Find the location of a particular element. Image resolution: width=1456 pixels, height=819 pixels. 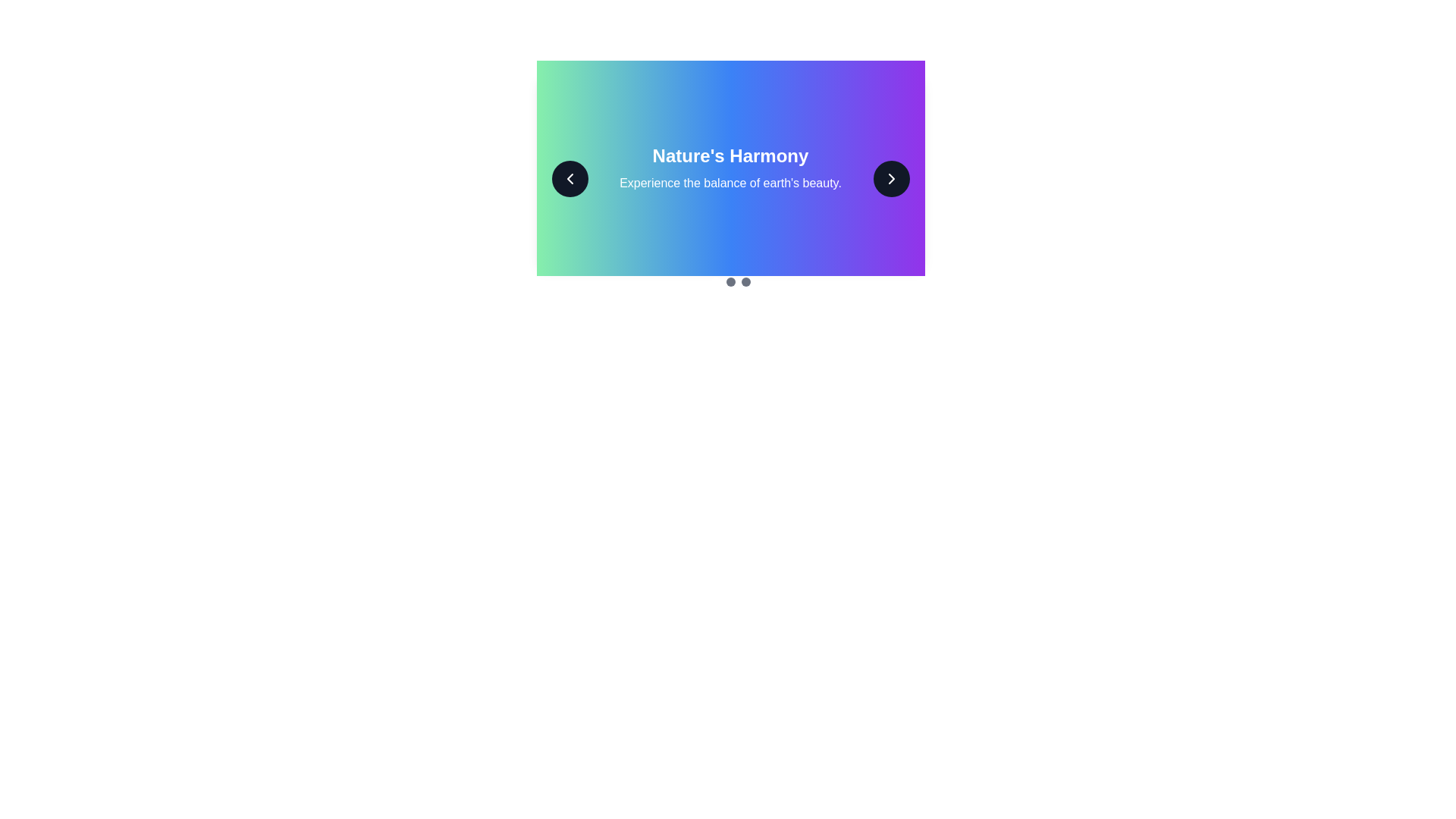

the Chevron navigation icon on the left side of the colorful gradient card is located at coordinates (569, 177).